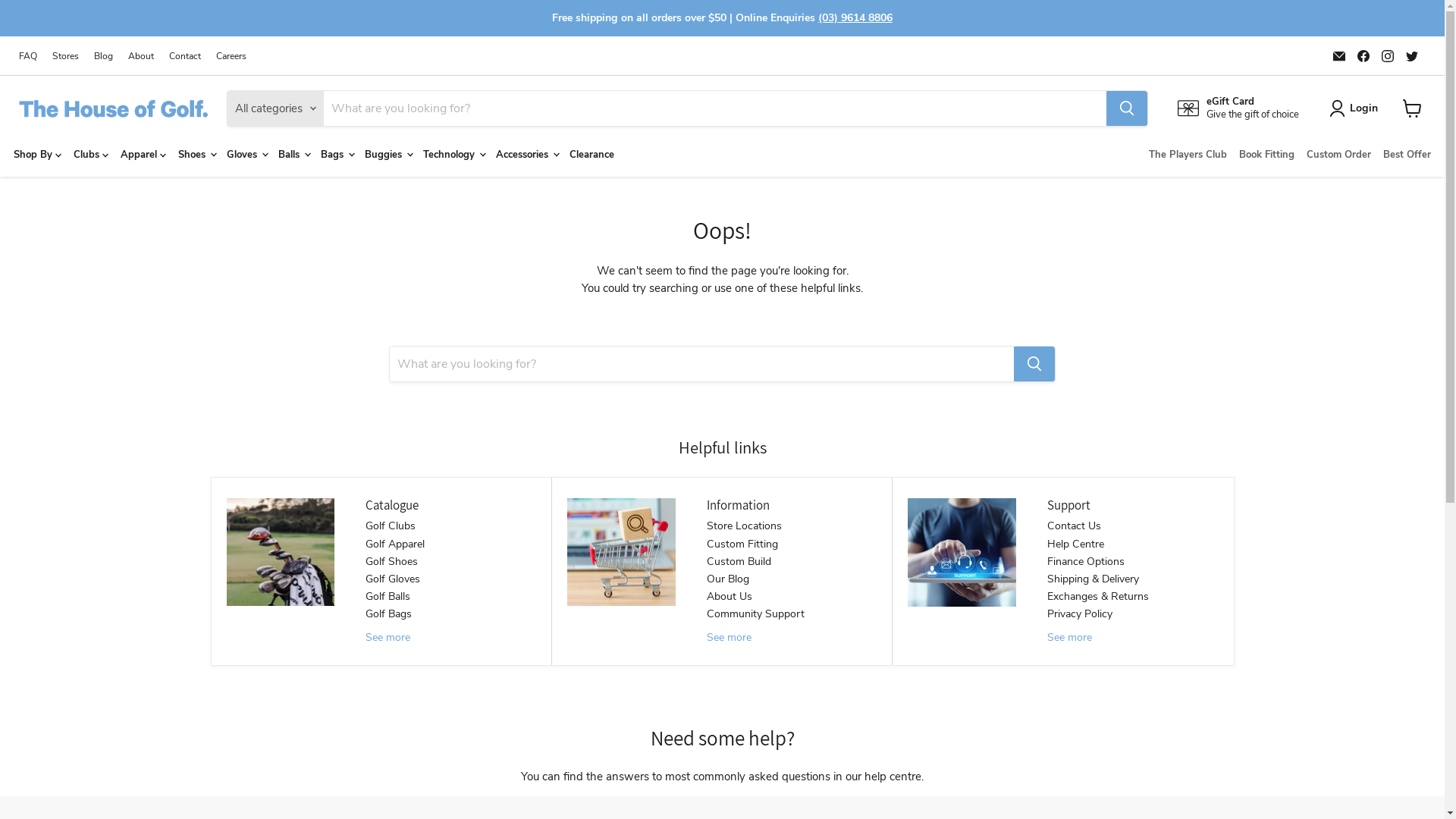  I want to click on 'Contact Us', so click(1046, 525).